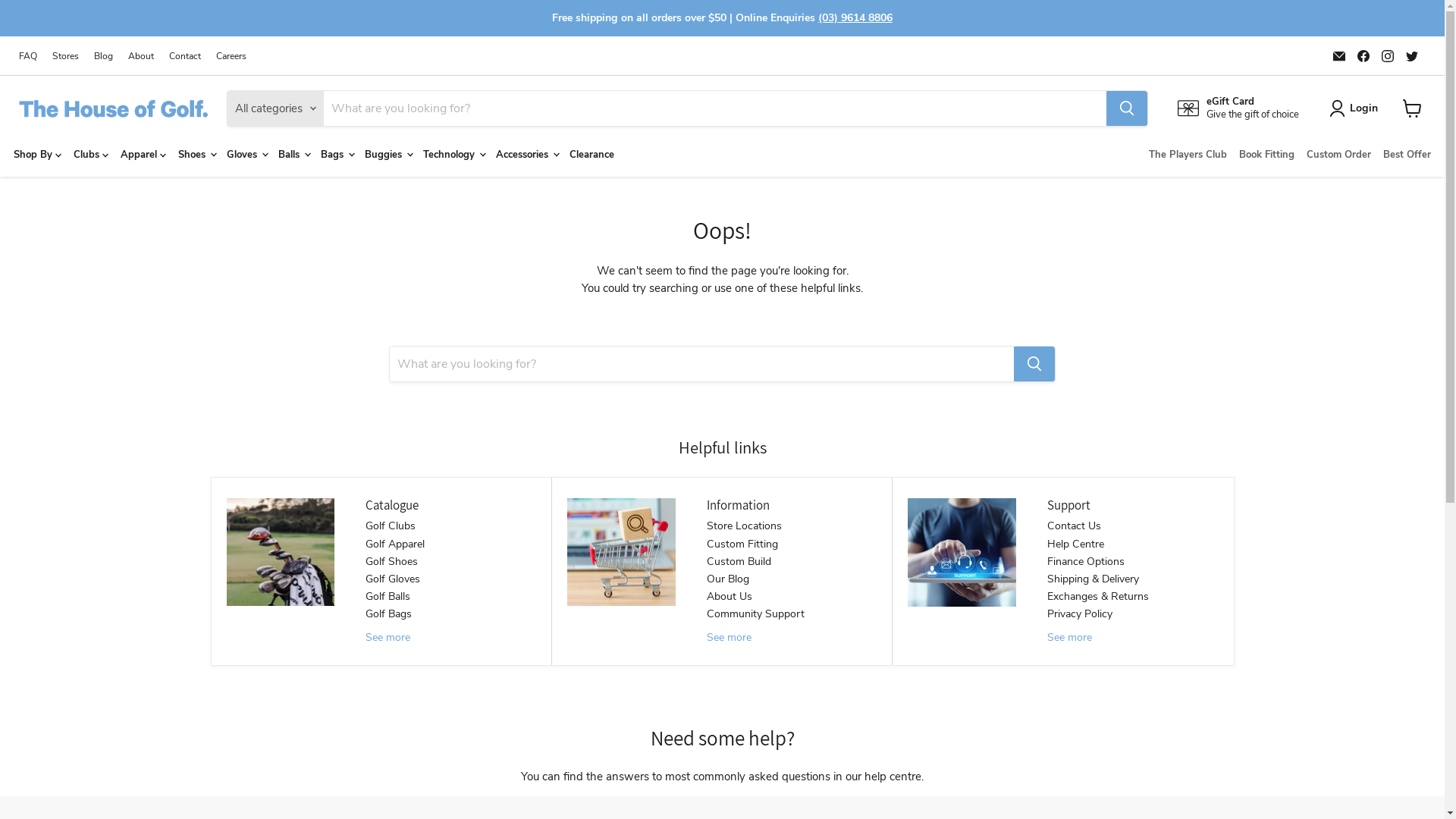  I want to click on 'Contact Us', so click(1046, 525).